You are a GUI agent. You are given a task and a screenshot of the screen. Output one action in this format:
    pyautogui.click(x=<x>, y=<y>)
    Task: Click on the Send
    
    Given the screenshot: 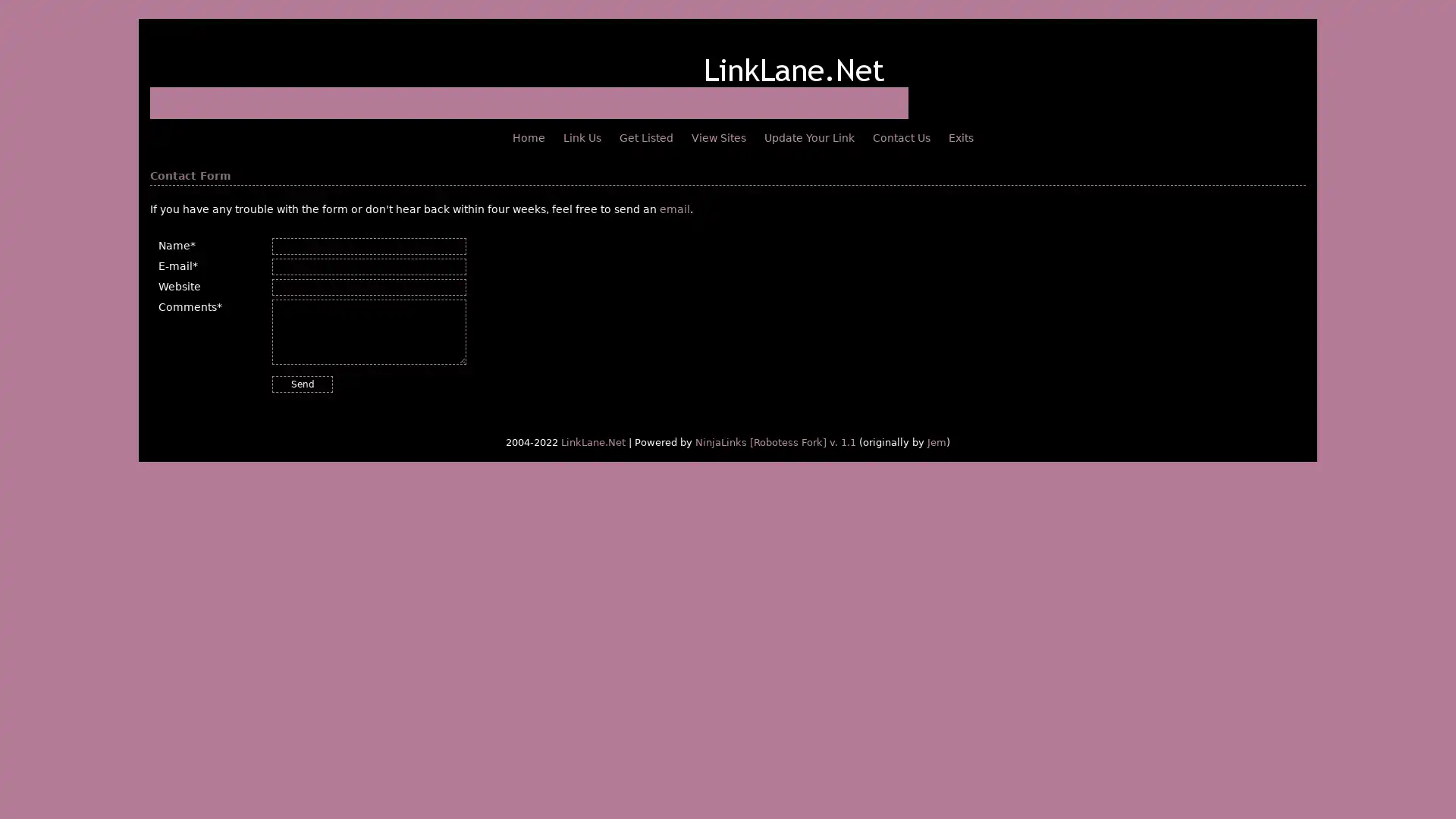 What is the action you would take?
    pyautogui.click(x=302, y=383)
    